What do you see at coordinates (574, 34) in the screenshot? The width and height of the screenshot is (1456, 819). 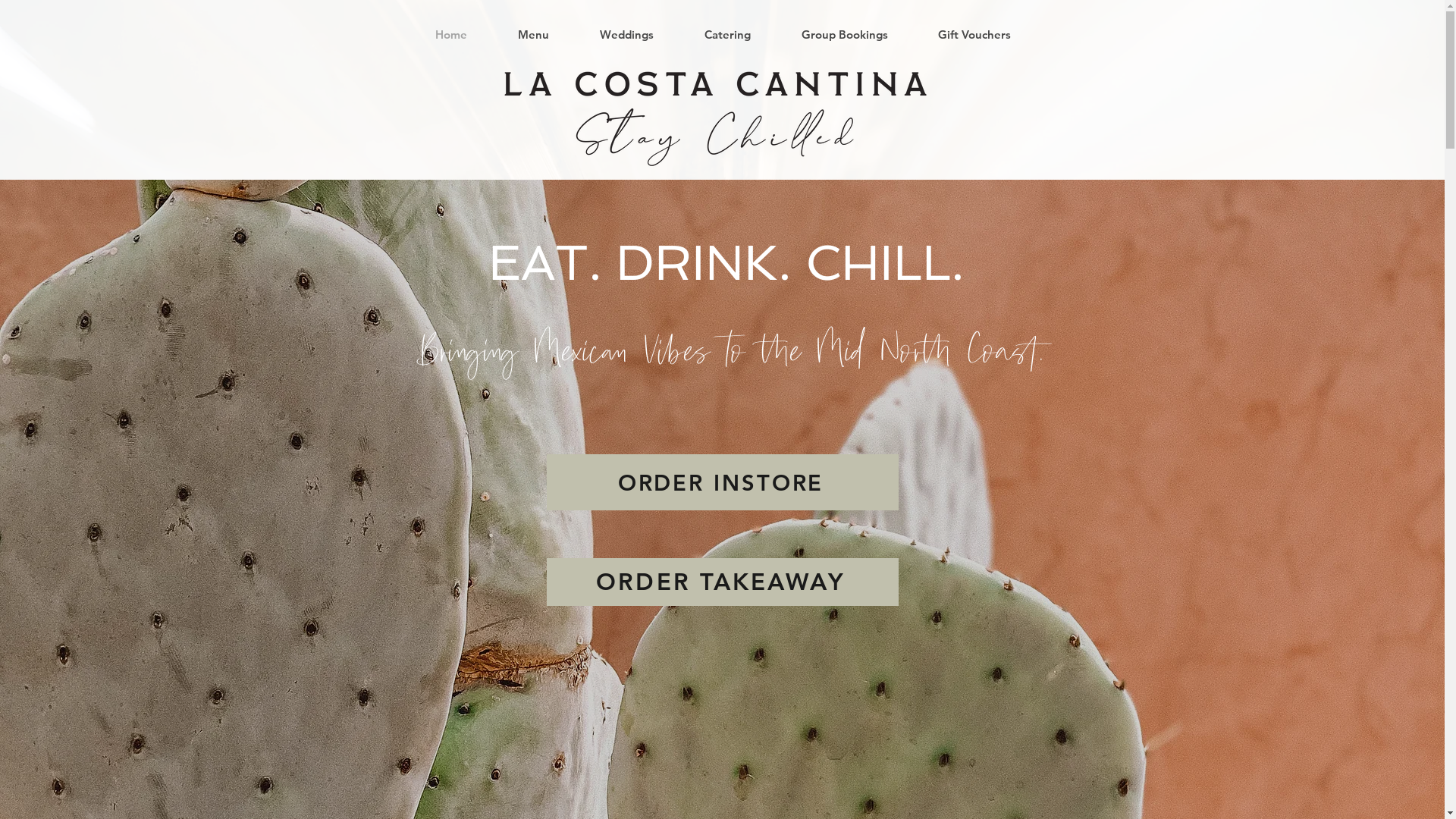 I see `'Weddings'` at bounding box center [574, 34].